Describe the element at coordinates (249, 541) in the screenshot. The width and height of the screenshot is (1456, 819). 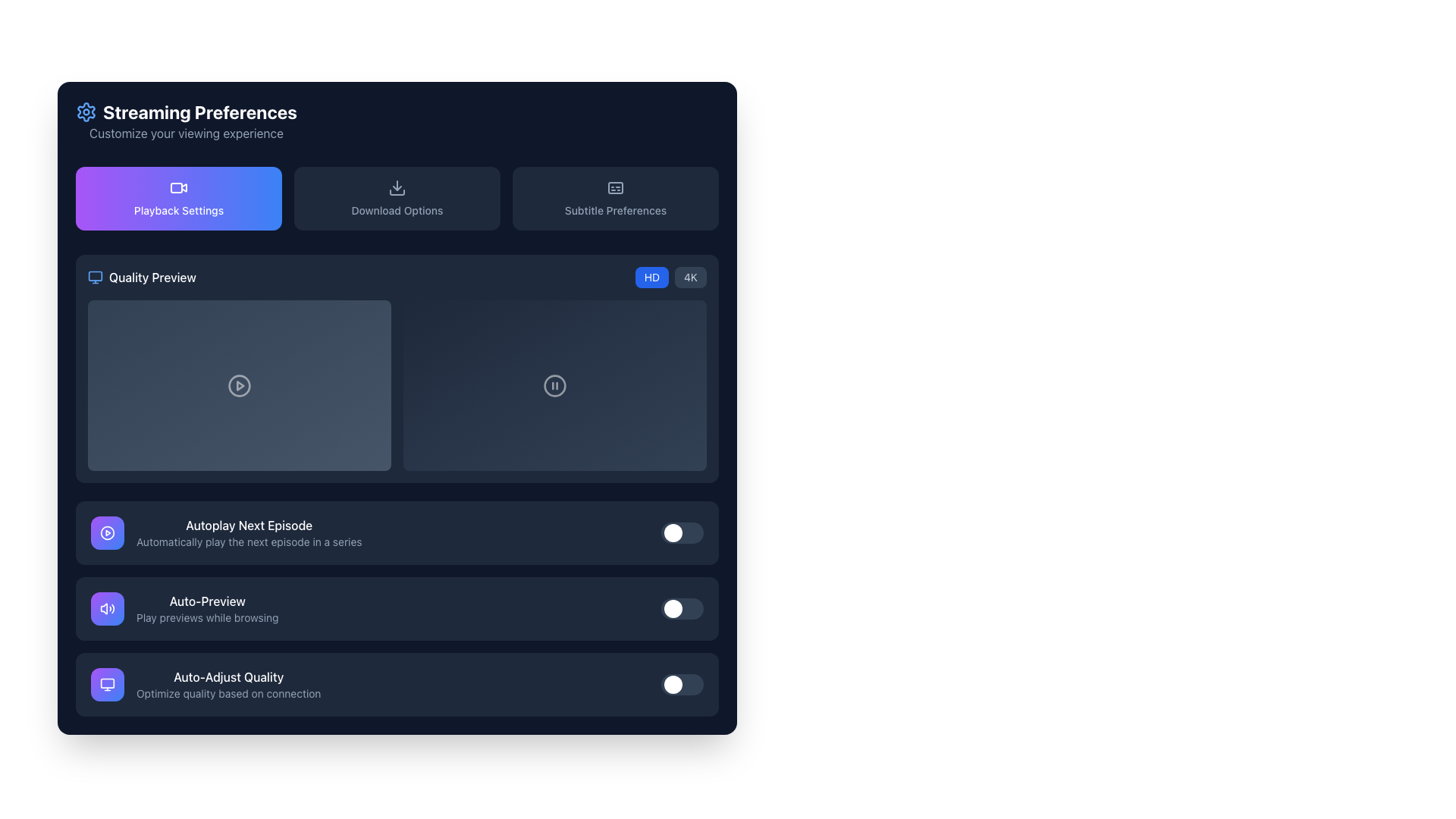
I see `description provided by the Text label that clarifies the 'Autoplay Next Episode' setting, located directly below its title` at that location.